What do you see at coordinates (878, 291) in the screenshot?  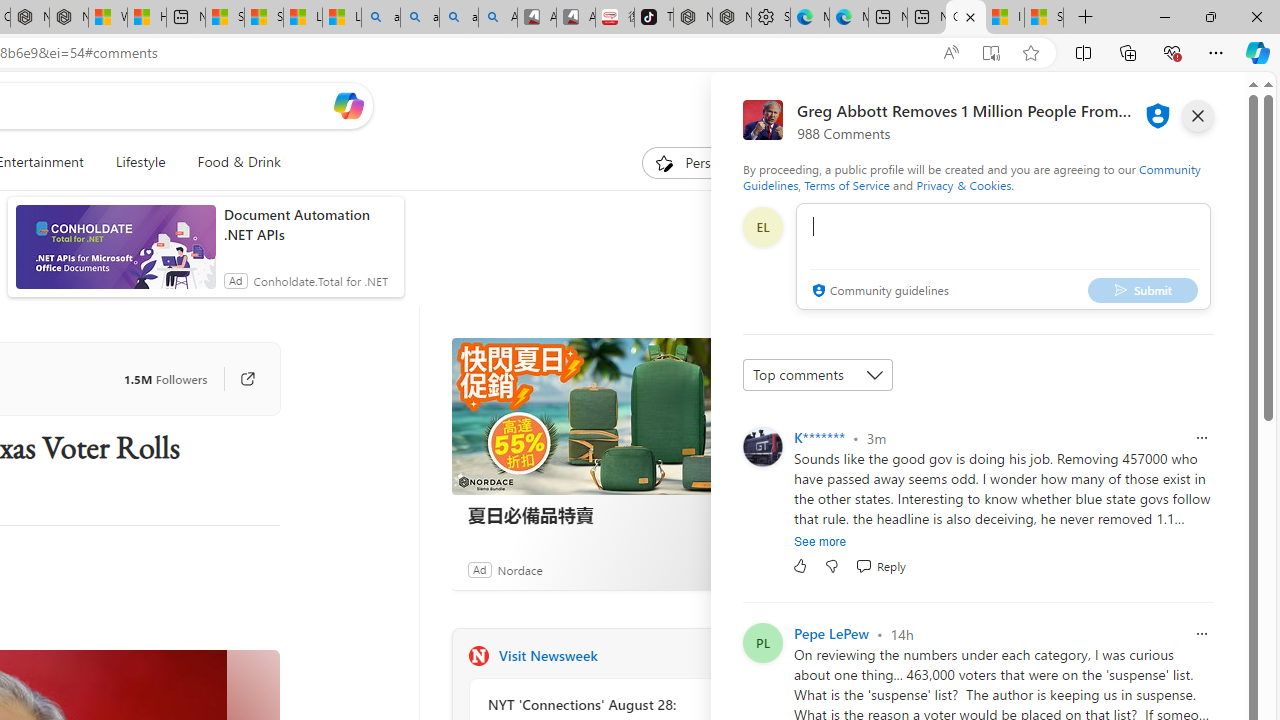 I see `'Community guidelines'` at bounding box center [878, 291].